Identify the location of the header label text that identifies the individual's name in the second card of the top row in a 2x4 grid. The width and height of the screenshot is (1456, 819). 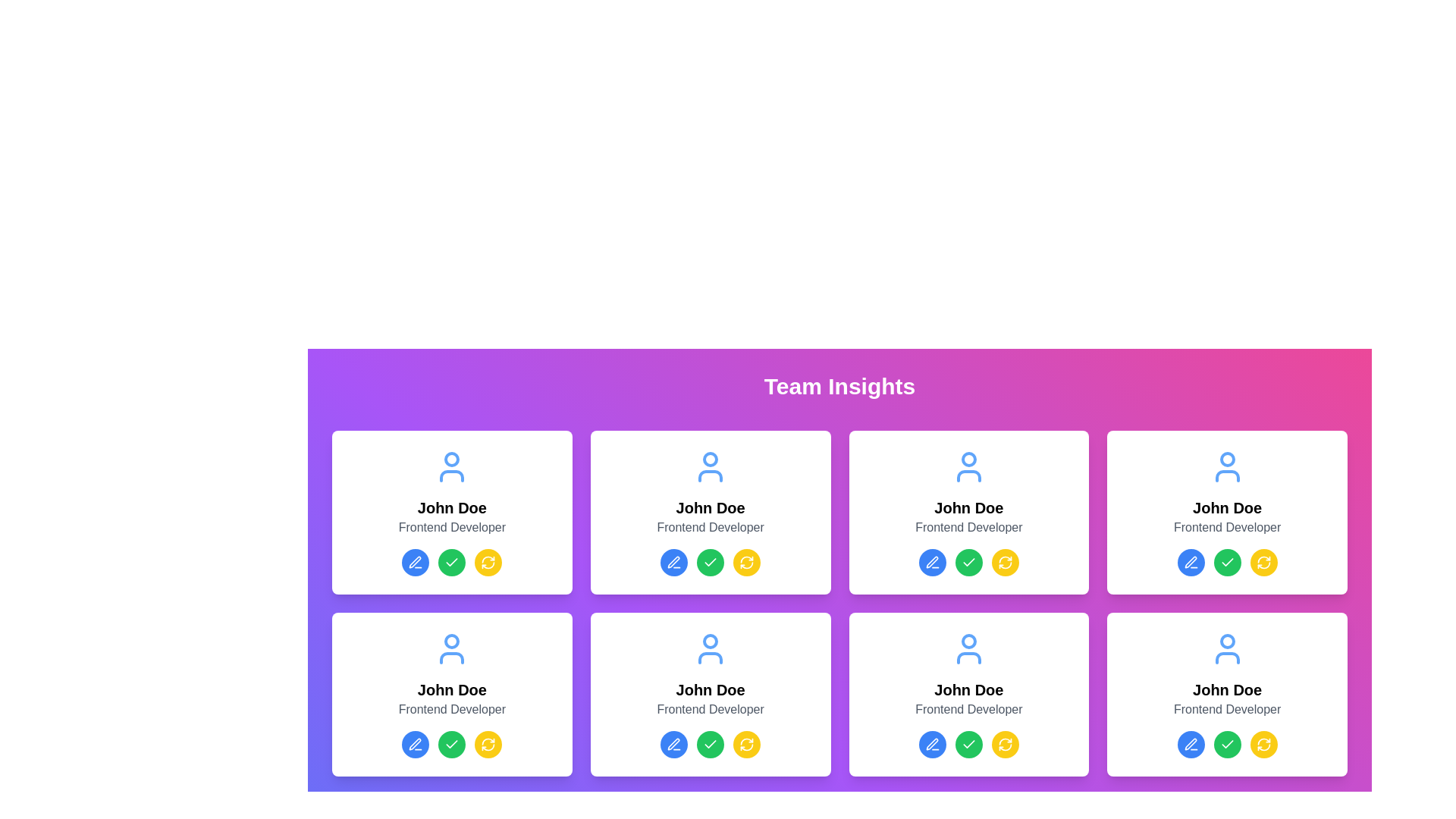
(710, 508).